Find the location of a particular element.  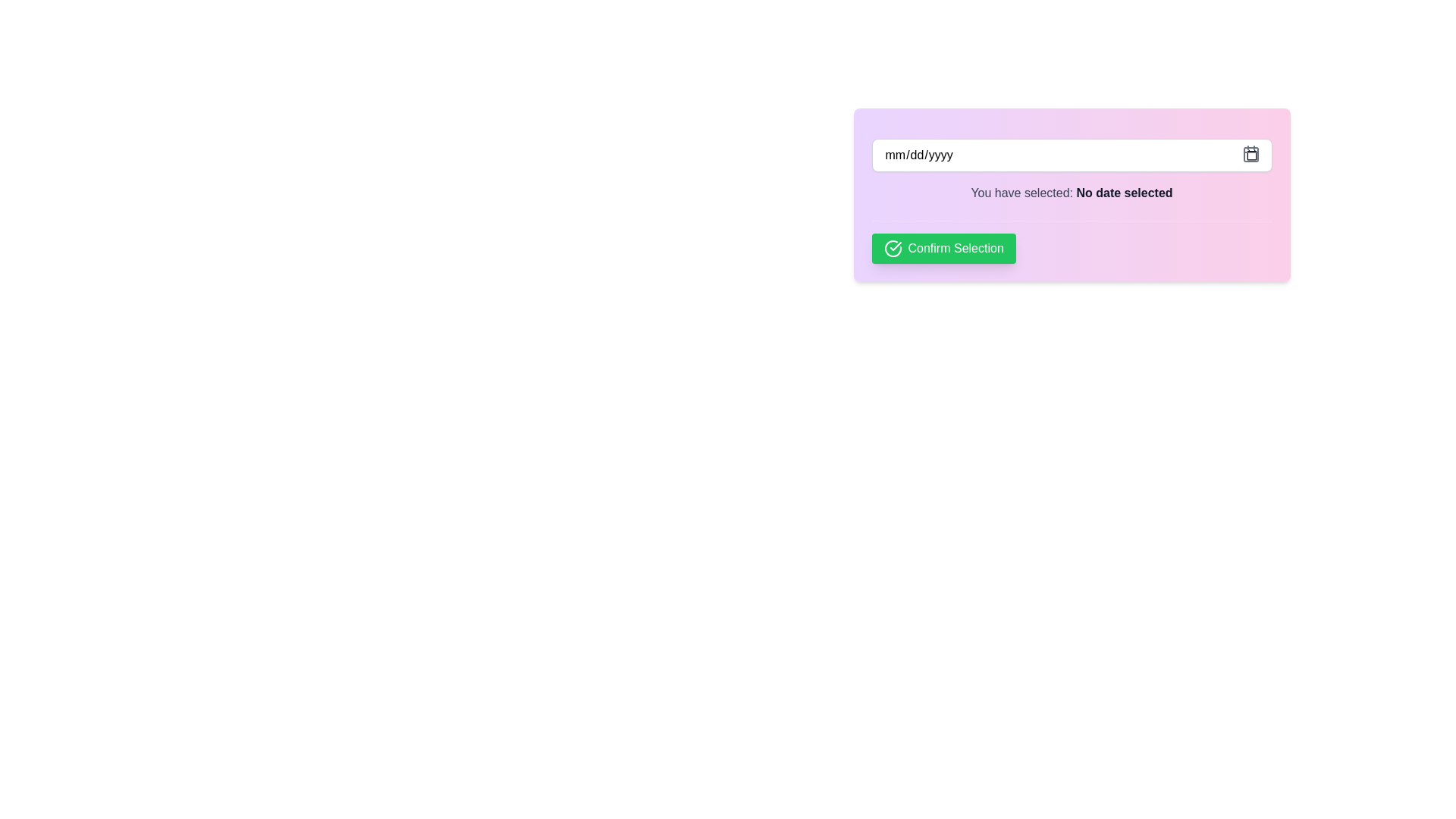

the calendar icon, which is a minimalist outline drawing located to the right of the date input field is located at coordinates (1250, 154).